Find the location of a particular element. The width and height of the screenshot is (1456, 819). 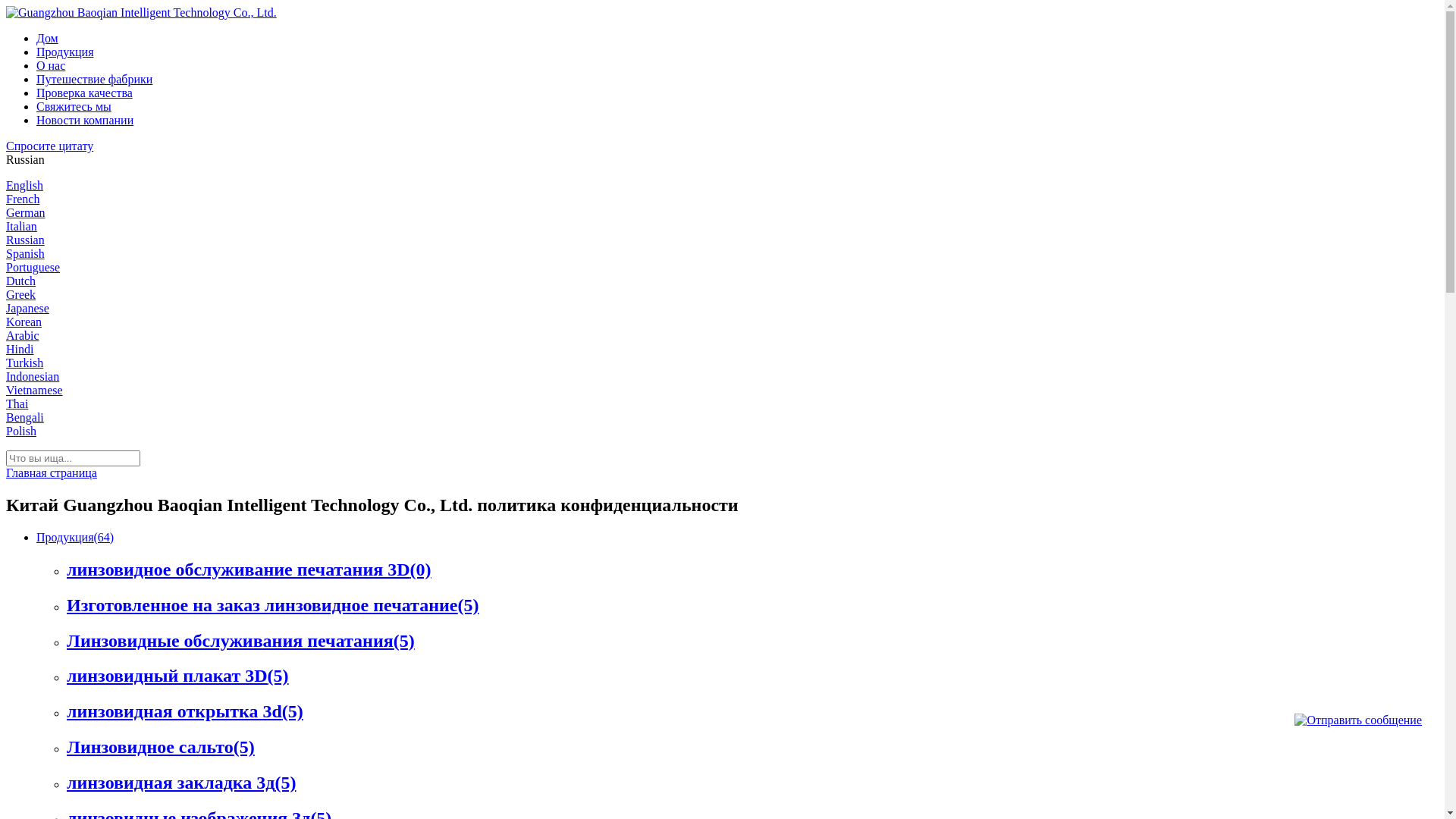

'Arabic' is located at coordinates (22, 334).